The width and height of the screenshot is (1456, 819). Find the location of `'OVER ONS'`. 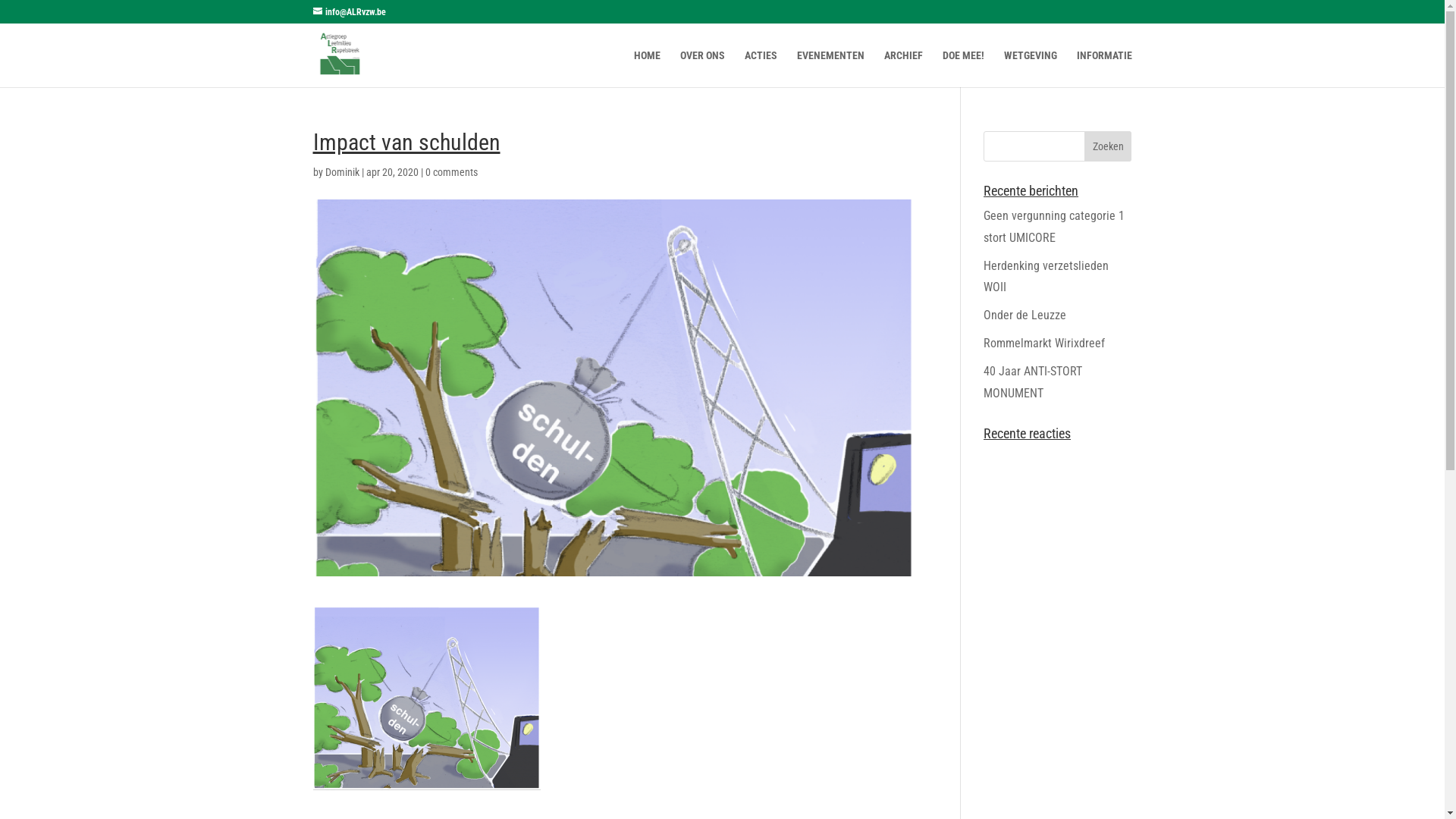

'OVER ONS' is located at coordinates (701, 68).